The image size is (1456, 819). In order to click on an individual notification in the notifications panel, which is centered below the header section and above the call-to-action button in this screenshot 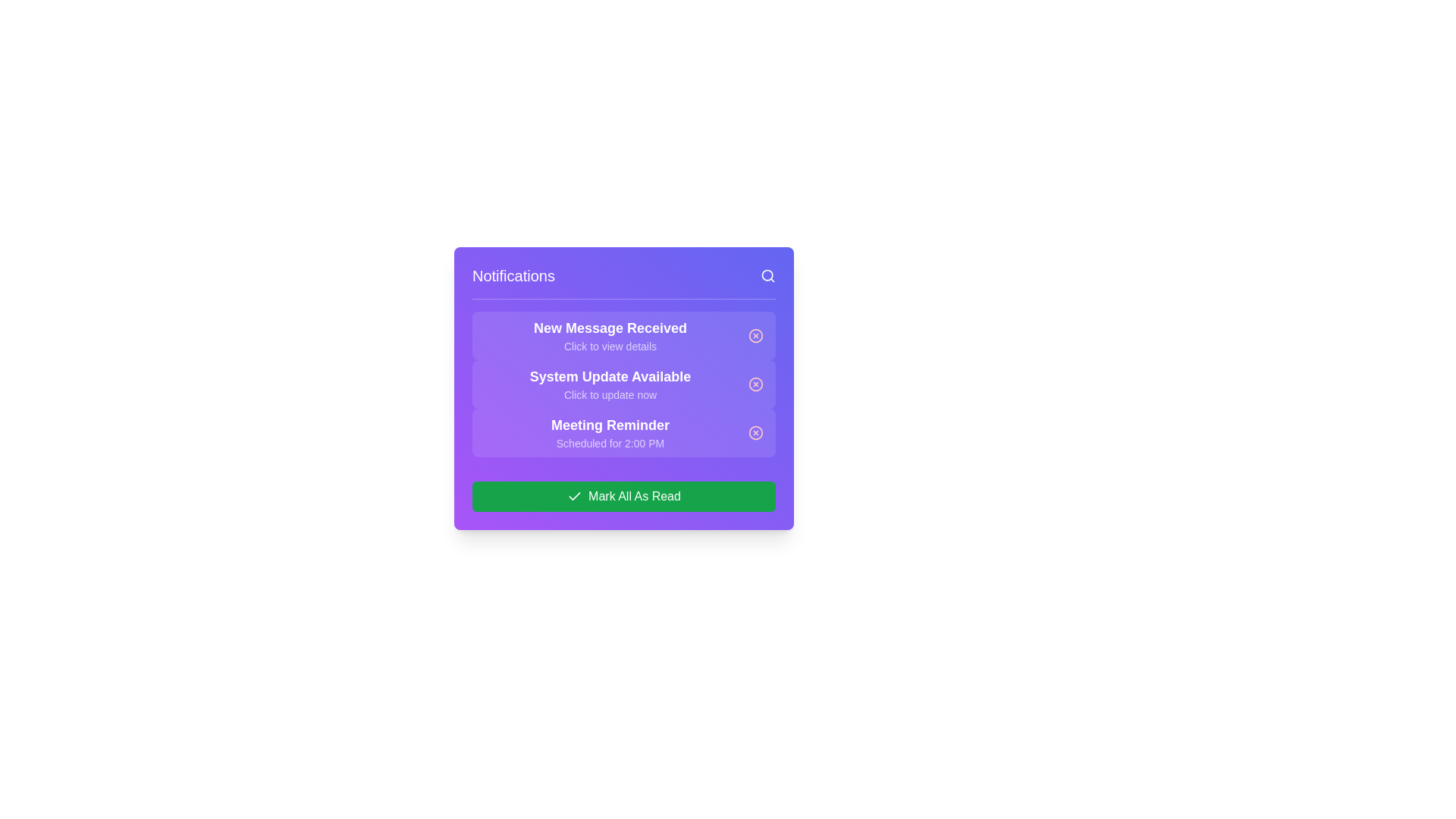, I will do `click(623, 388)`.